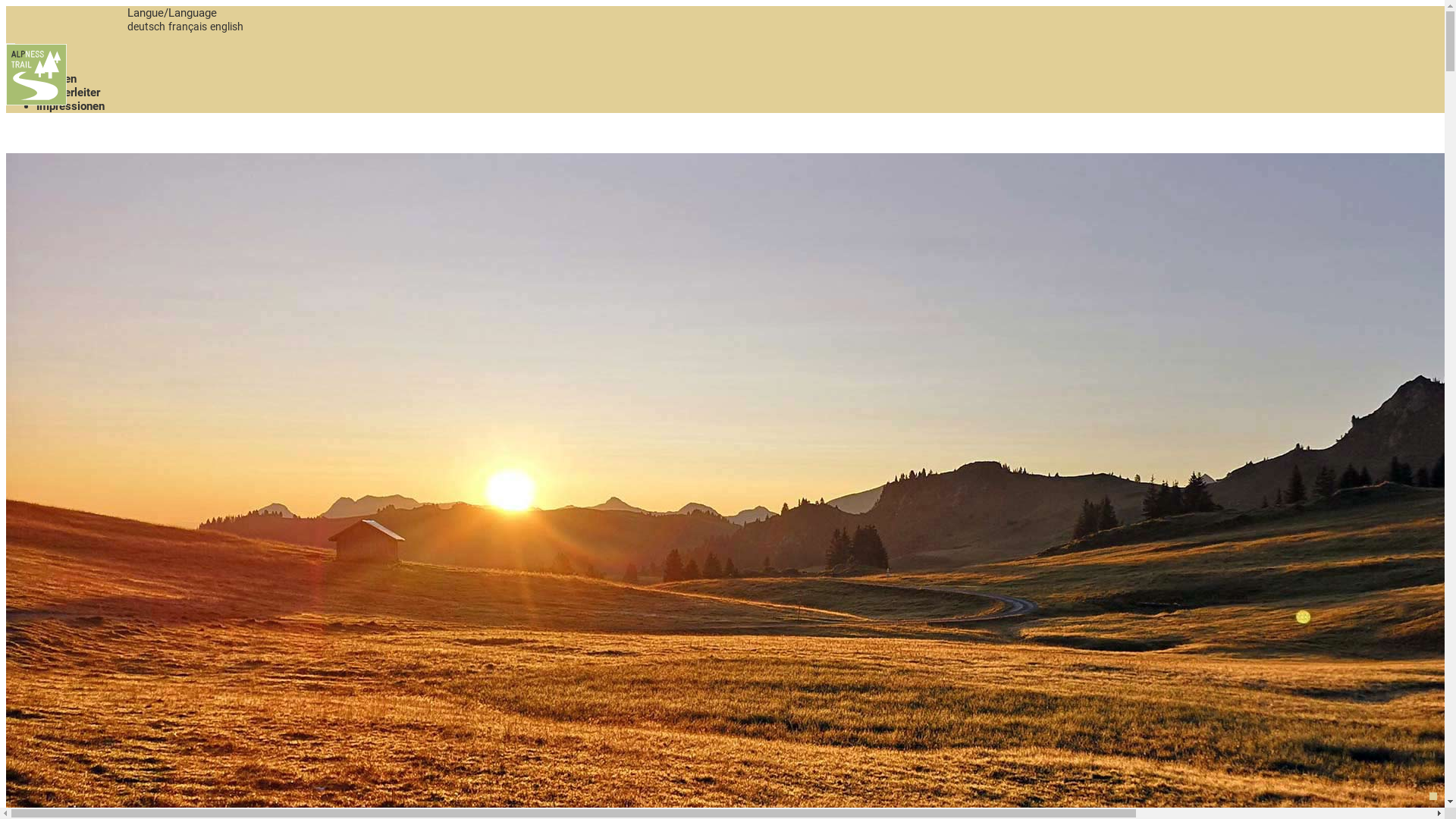  Describe the element at coordinates (146, 26) in the screenshot. I see `'deutsch'` at that location.